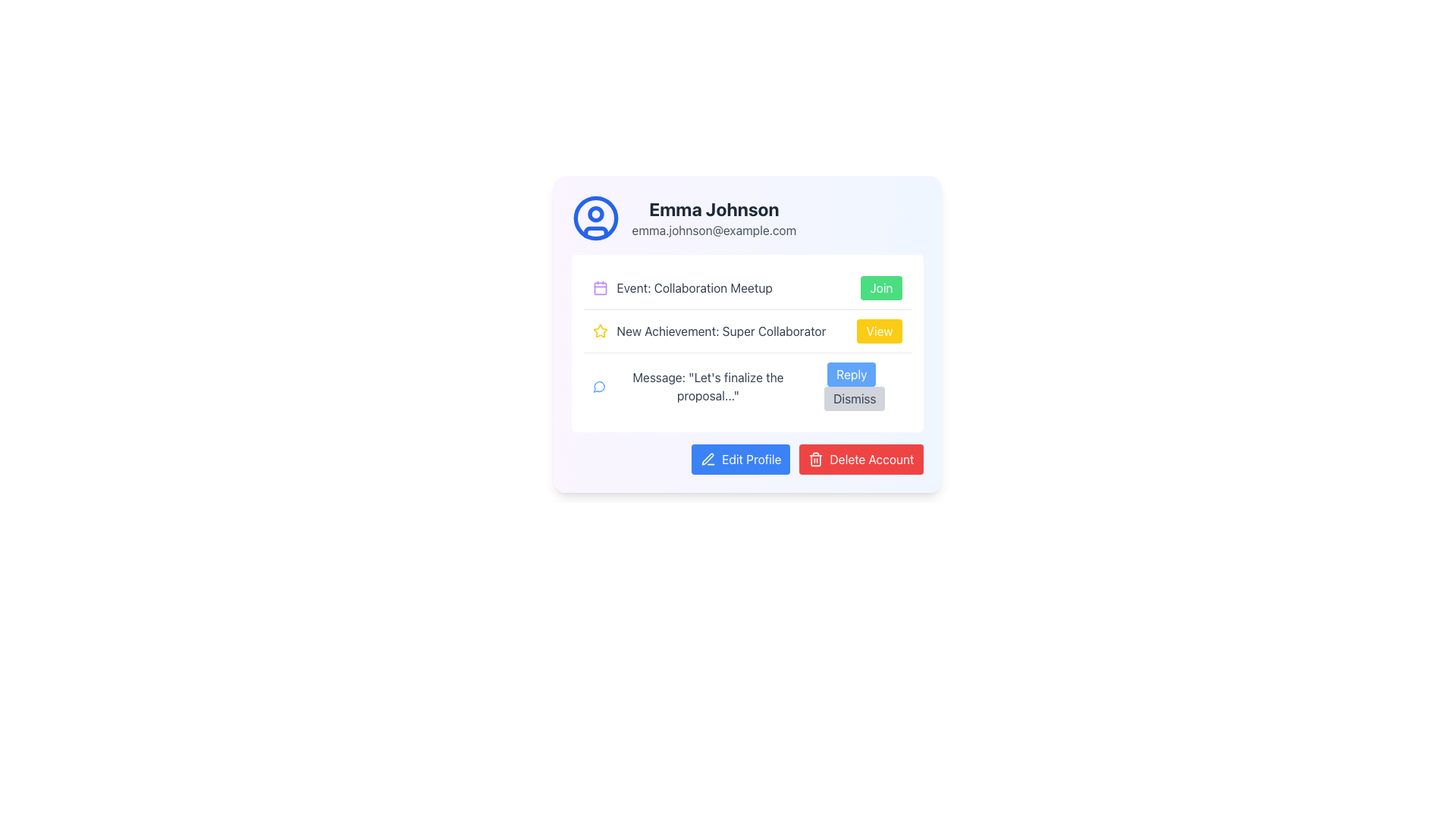 Image resolution: width=1456 pixels, height=819 pixels. Describe the element at coordinates (747, 288) in the screenshot. I see `the first informational row containing a purple calendar icon, bold text 'Event: Collaboration Meetup', and a green 'Join' button` at that location.